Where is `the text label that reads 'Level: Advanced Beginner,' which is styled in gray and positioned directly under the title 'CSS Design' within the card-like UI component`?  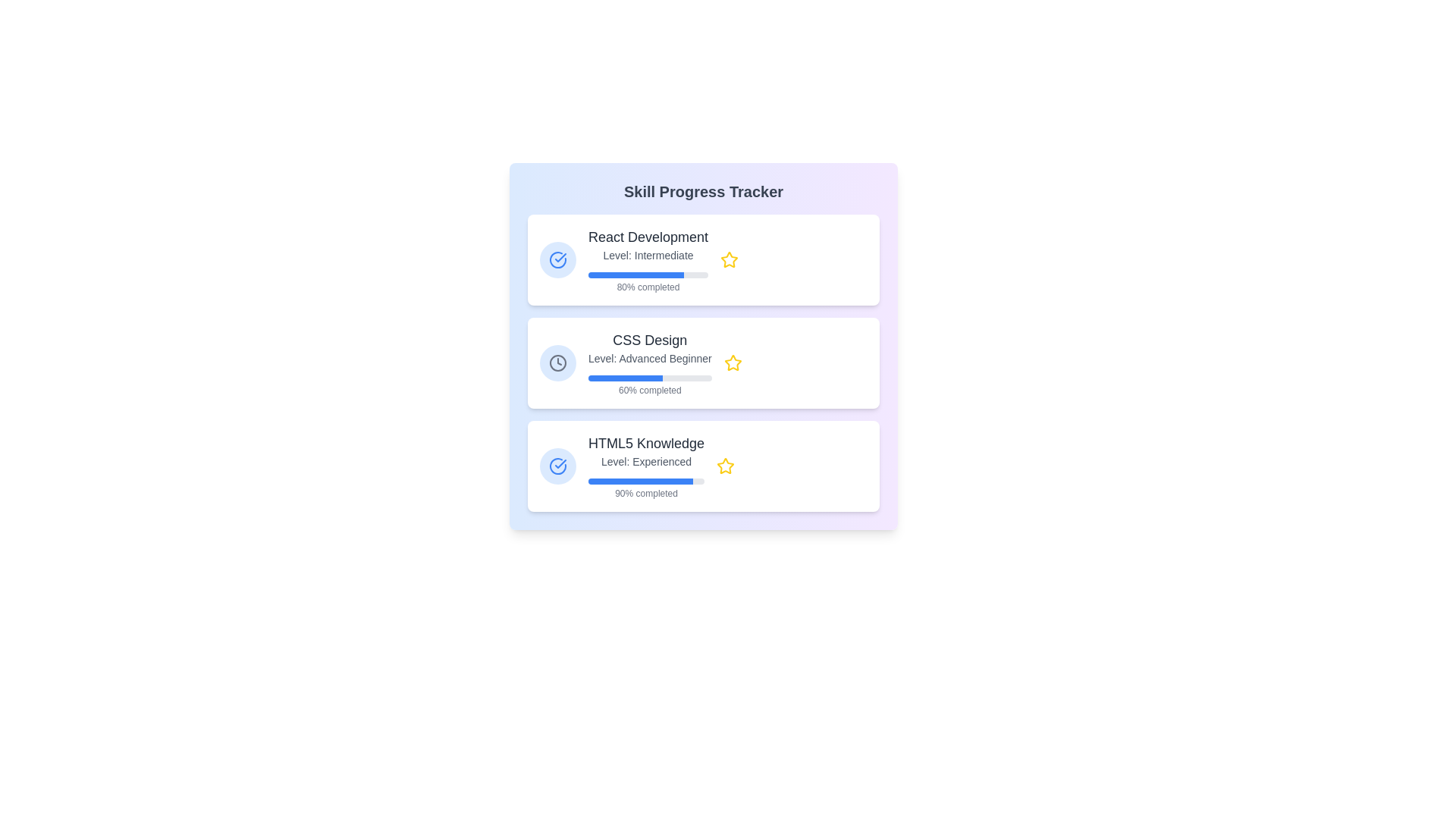
the text label that reads 'Level: Advanced Beginner,' which is styled in gray and positioned directly under the title 'CSS Design' within the card-like UI component is located at coordinates (650, 359).